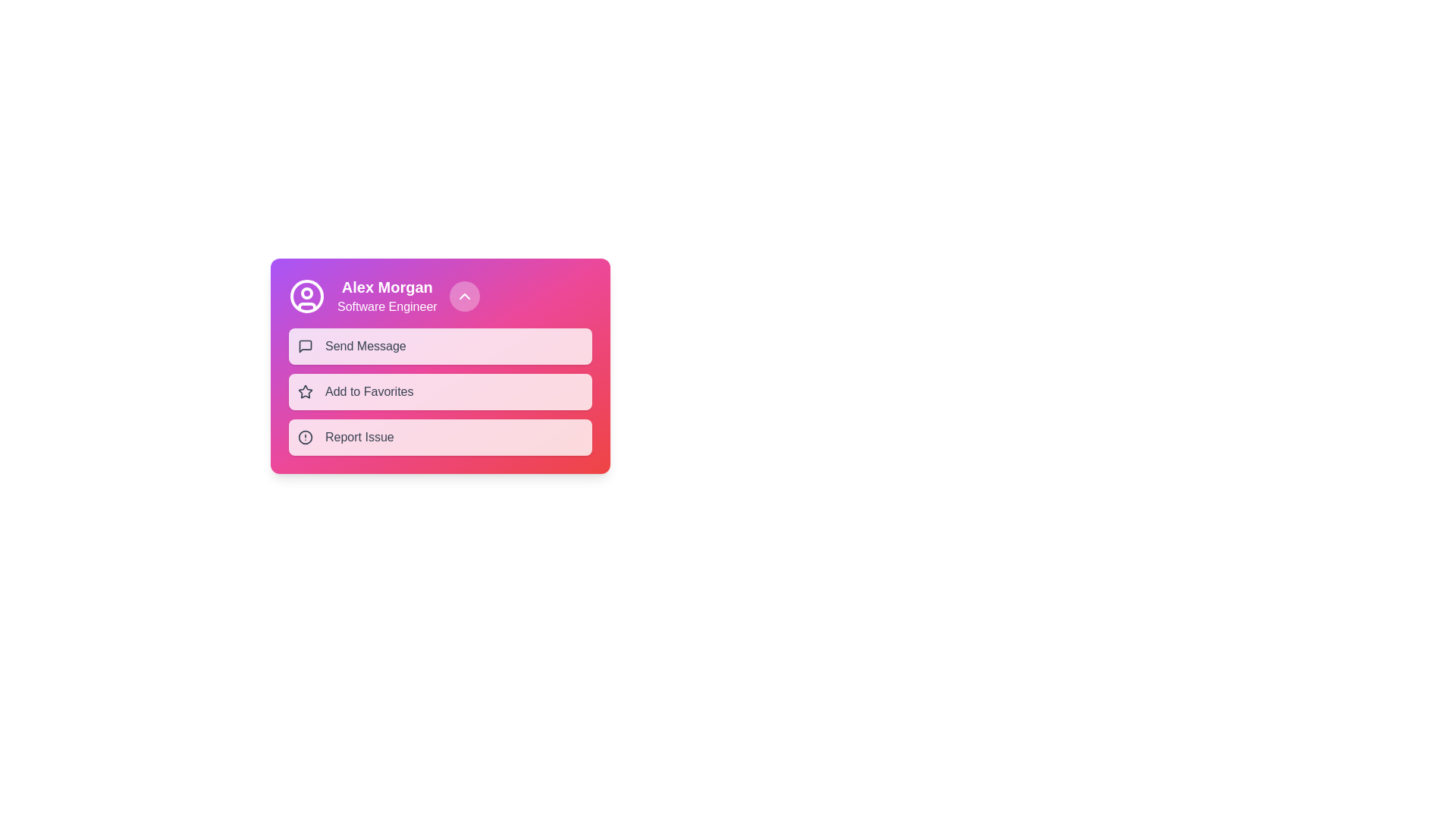 This screenshot has height=819, width=1456. What do you see at coordinates (305, 391) in the screenshot?
I see `the star icon located to the left of the 'Add to Favorites' label in the second option of the vertical menu` at bounding box center [305, 391].